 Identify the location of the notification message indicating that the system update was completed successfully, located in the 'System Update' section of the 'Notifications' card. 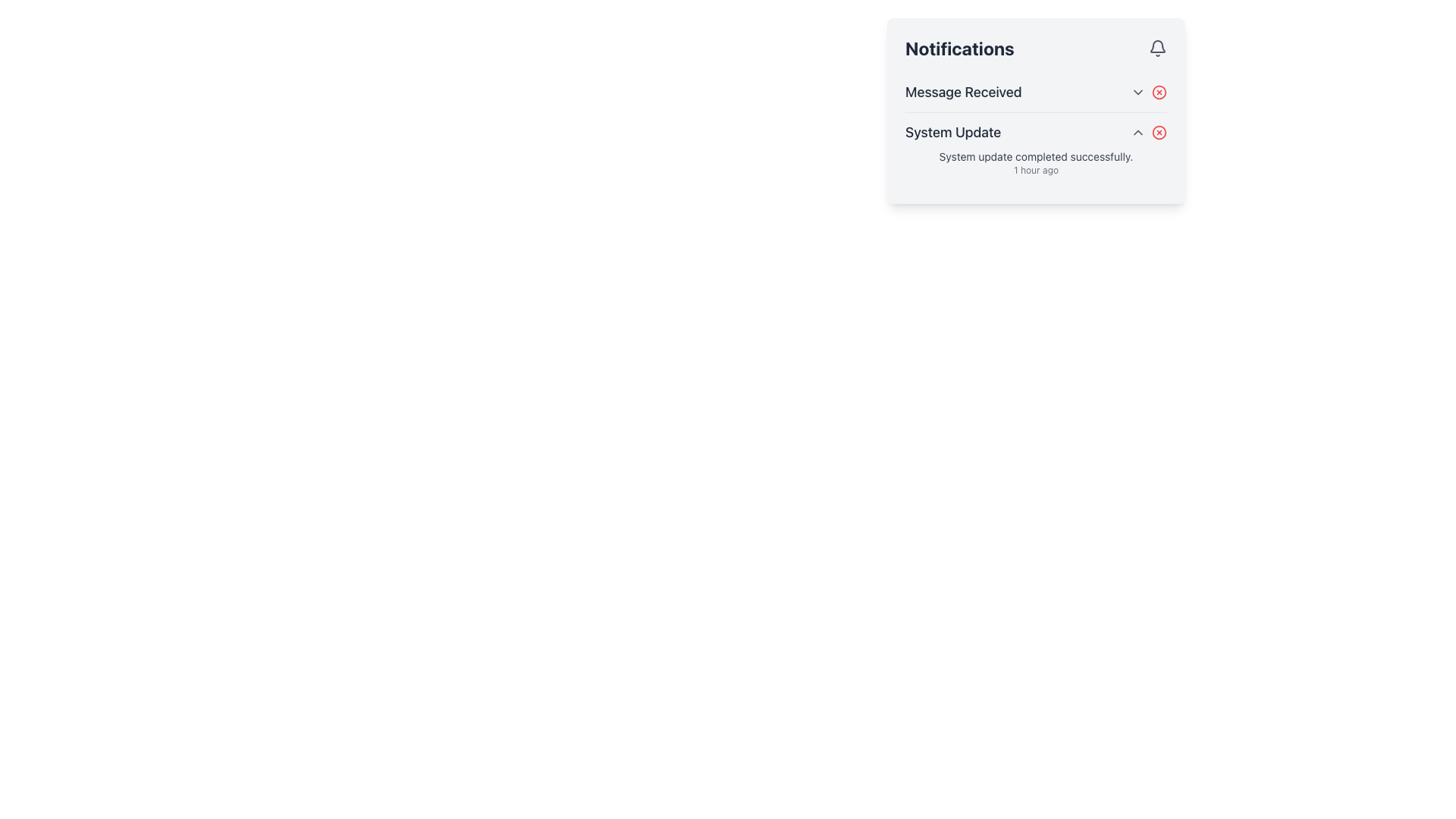
(1035, 157).